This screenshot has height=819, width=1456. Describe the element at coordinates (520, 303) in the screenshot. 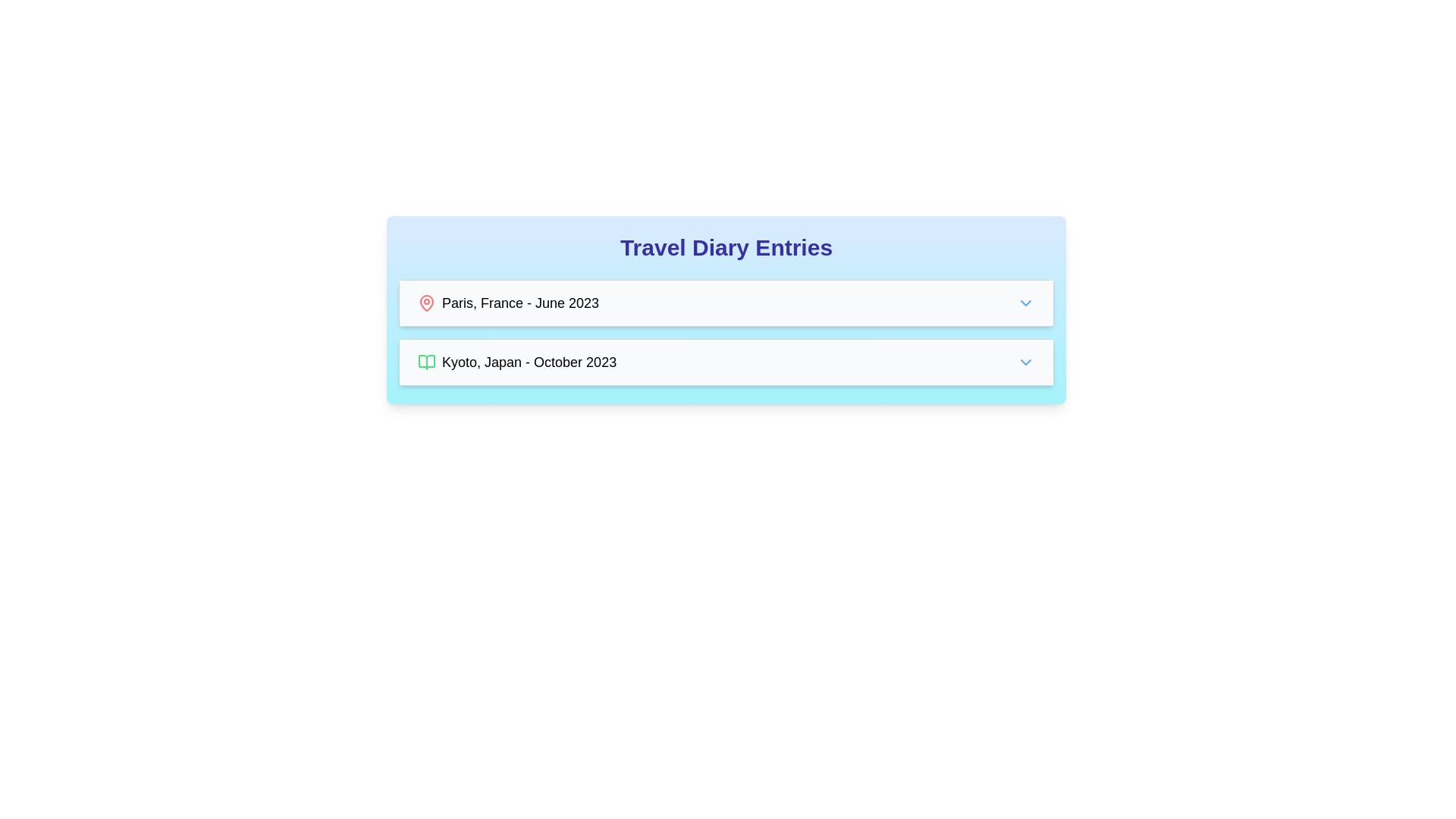

I see `the static text element displaying 'Paris, France - June 2023', which is positioned next to a red map pin icon` at that location.